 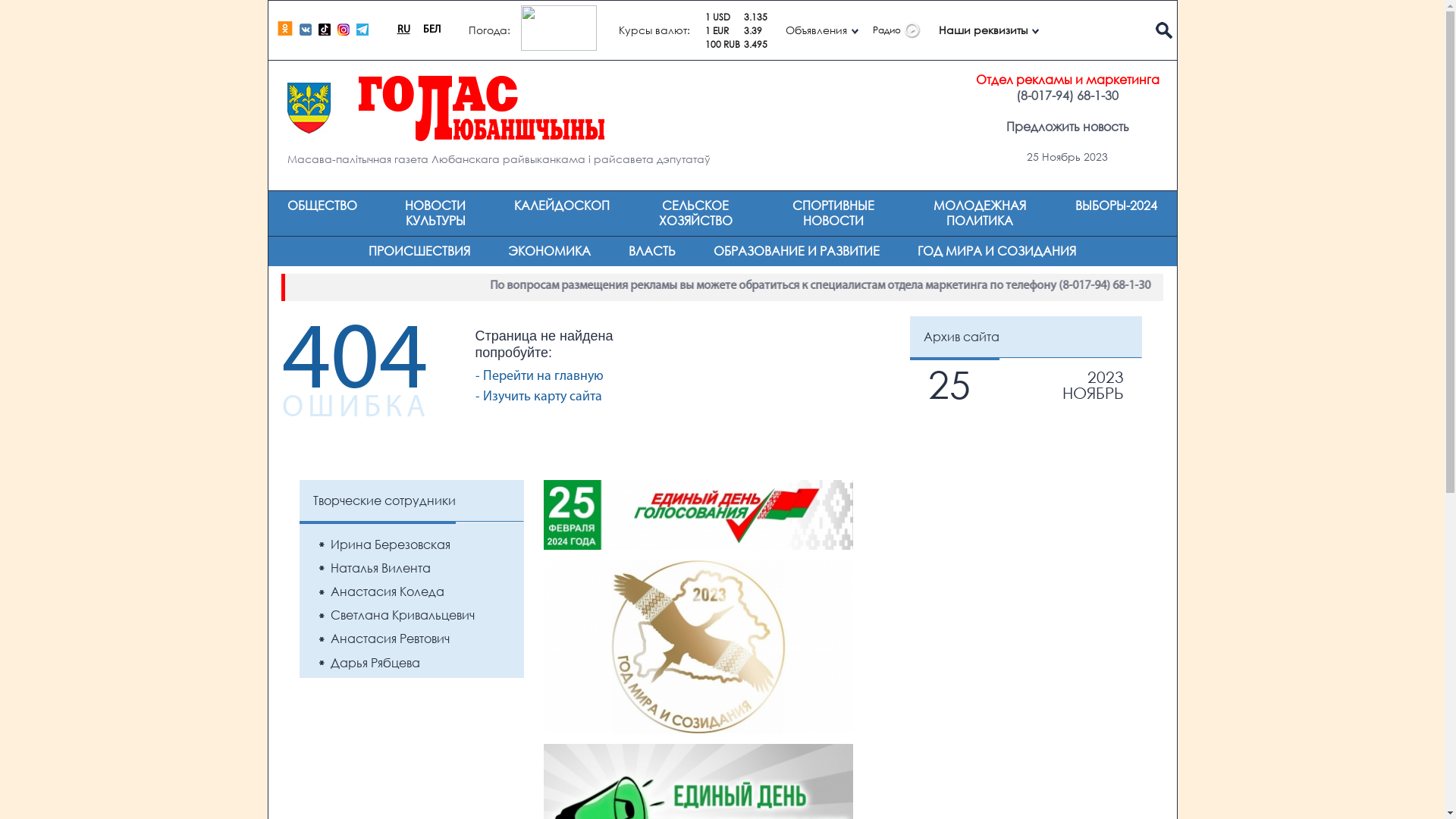 I want to click on 'vk.com', so click(x=298, y=29).